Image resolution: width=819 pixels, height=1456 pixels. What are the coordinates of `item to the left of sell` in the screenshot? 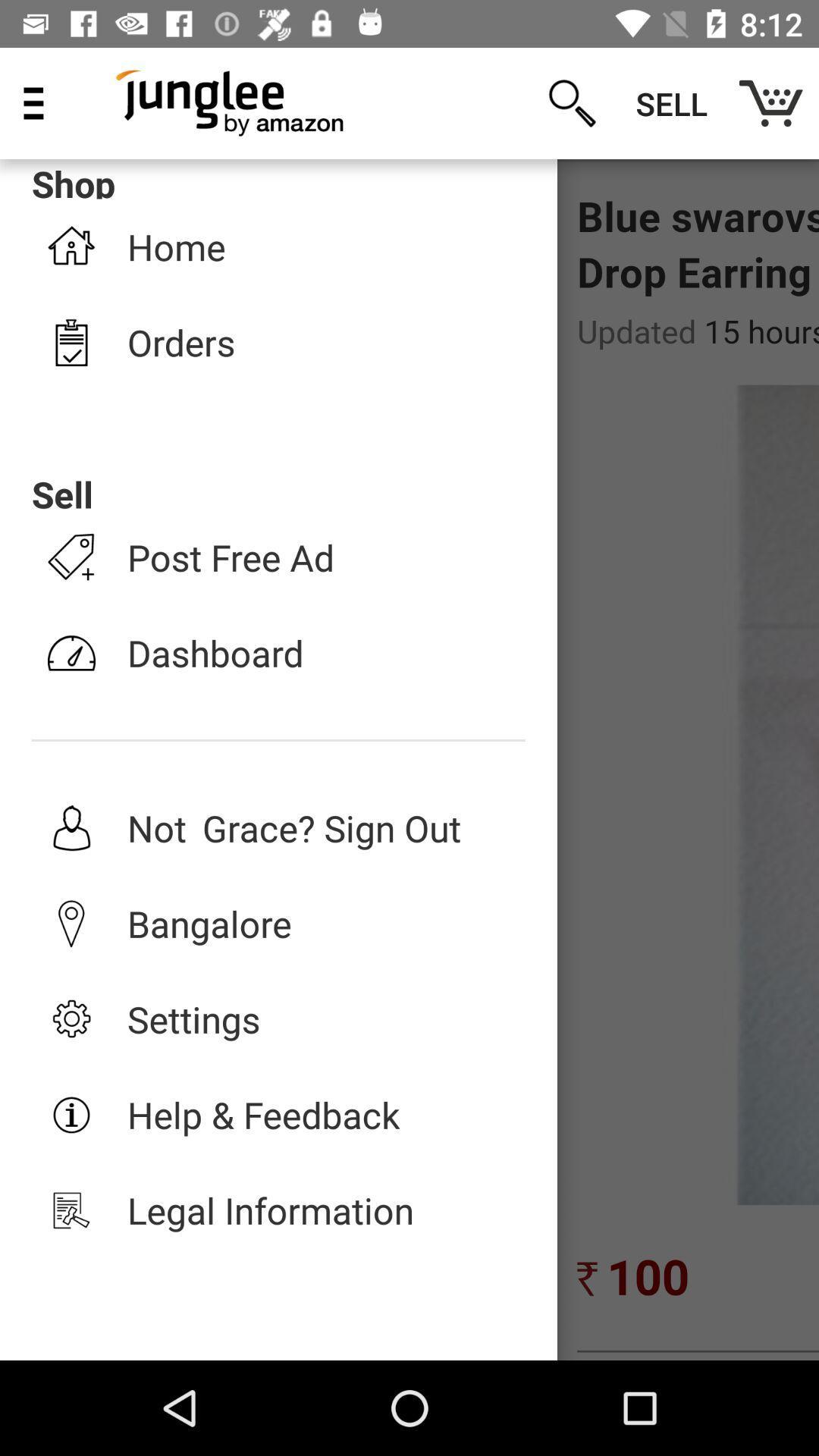 It's located at (572, 102).